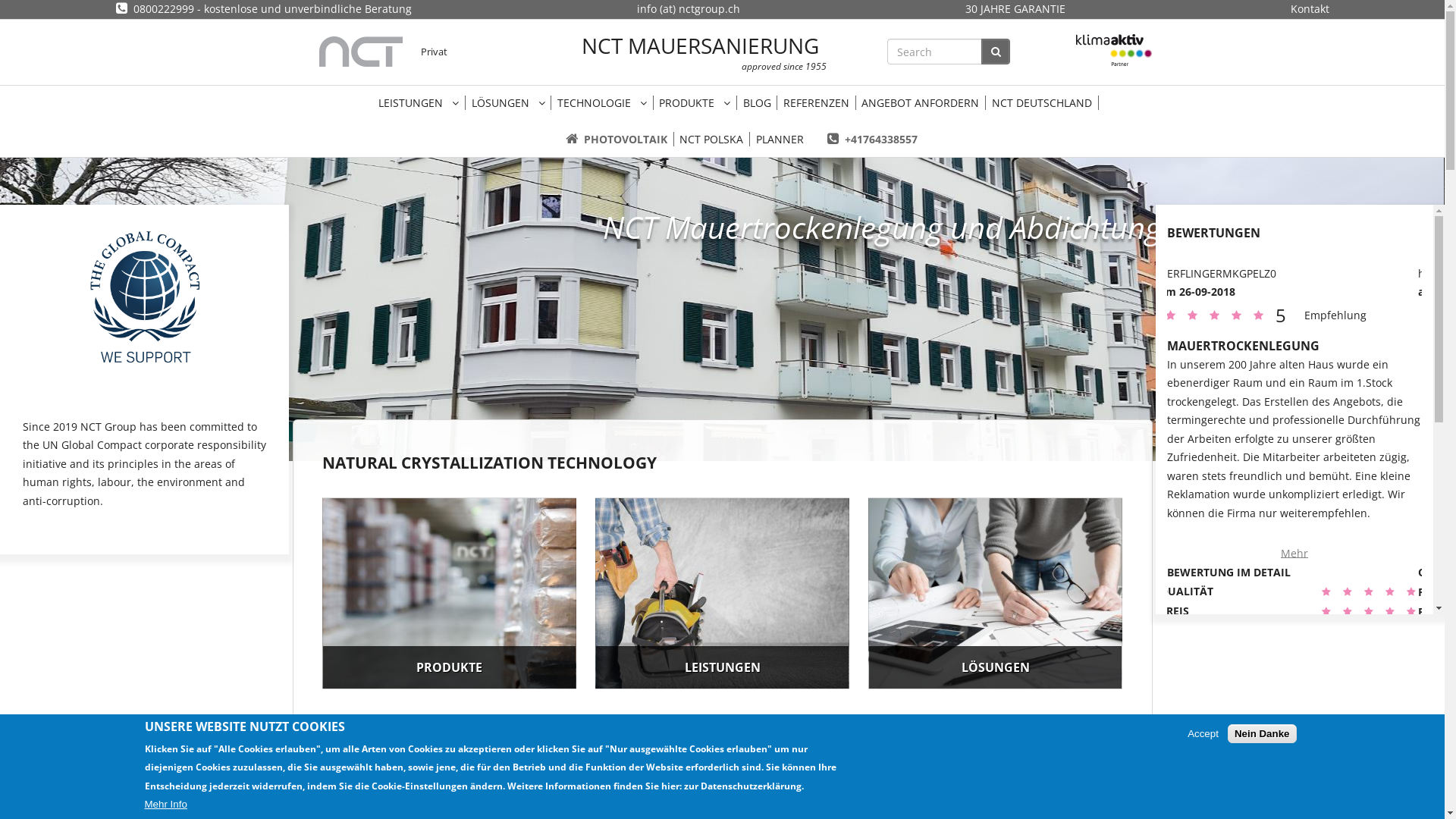  I want to click on 'NCT POLSKA', so click(673, 139).